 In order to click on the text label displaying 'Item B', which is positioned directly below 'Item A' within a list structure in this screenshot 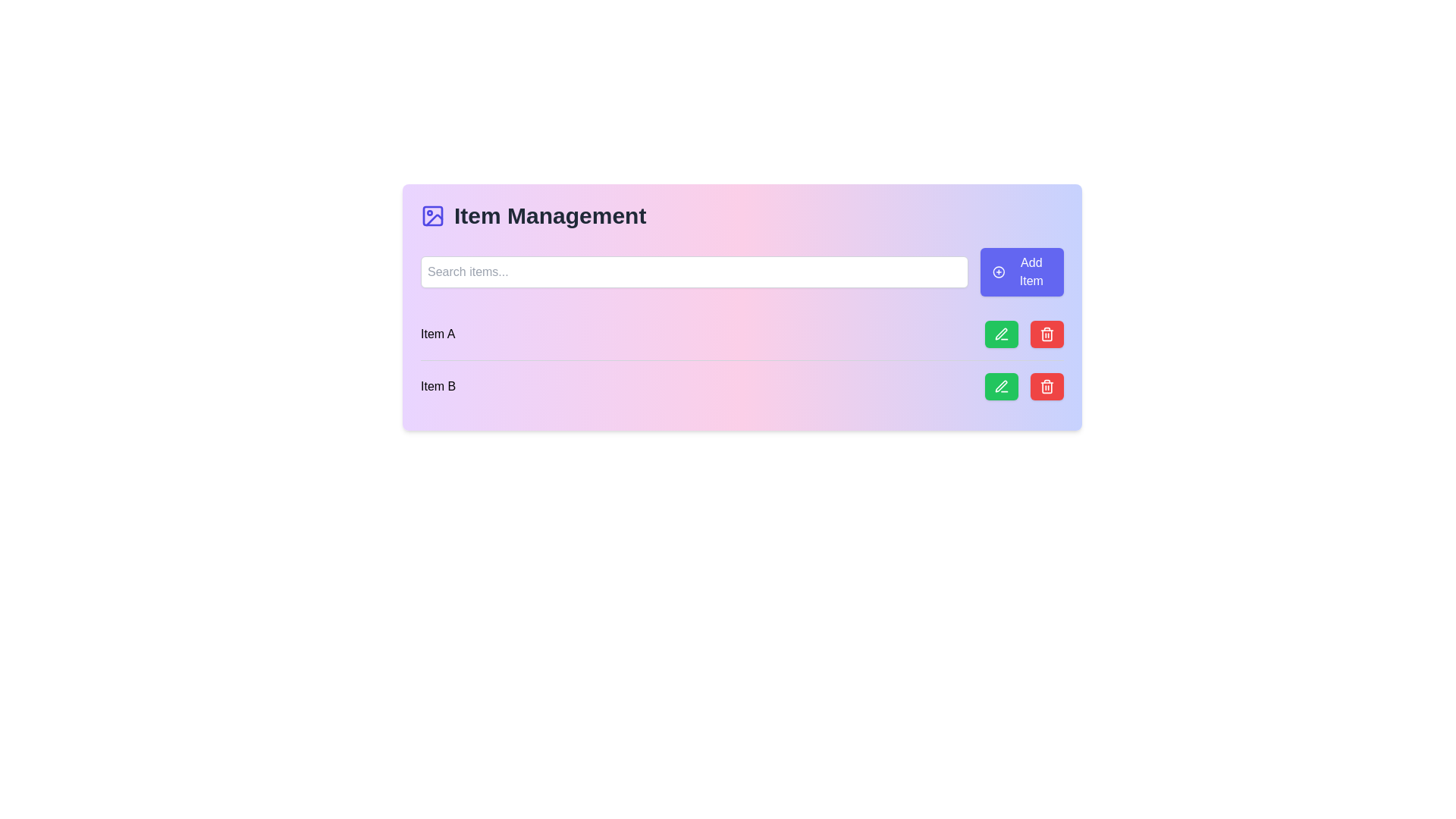, I will do `click(438, 385)`.